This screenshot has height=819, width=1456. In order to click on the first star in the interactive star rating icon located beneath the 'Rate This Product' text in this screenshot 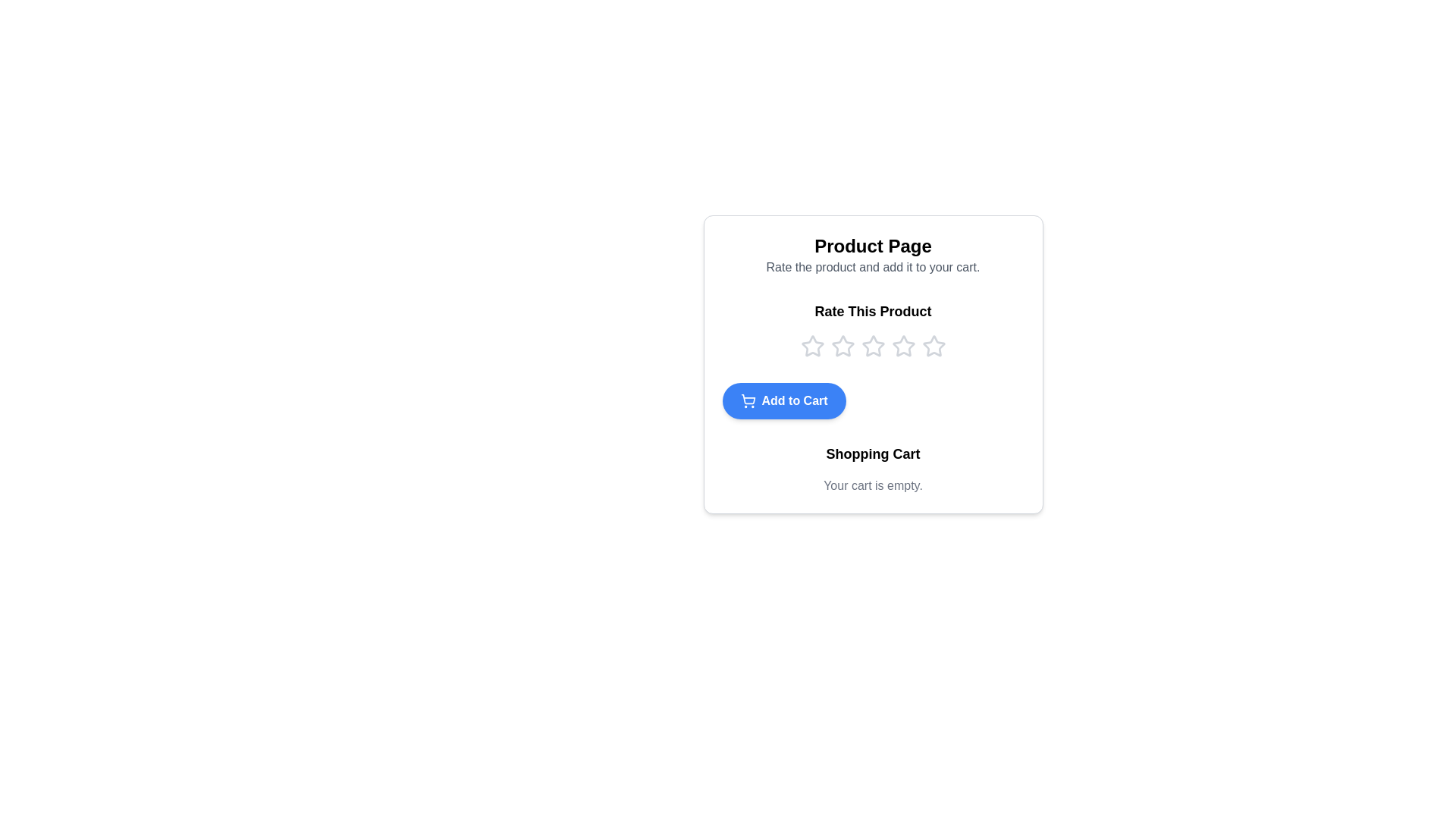, I will do `click(811, 345)`.